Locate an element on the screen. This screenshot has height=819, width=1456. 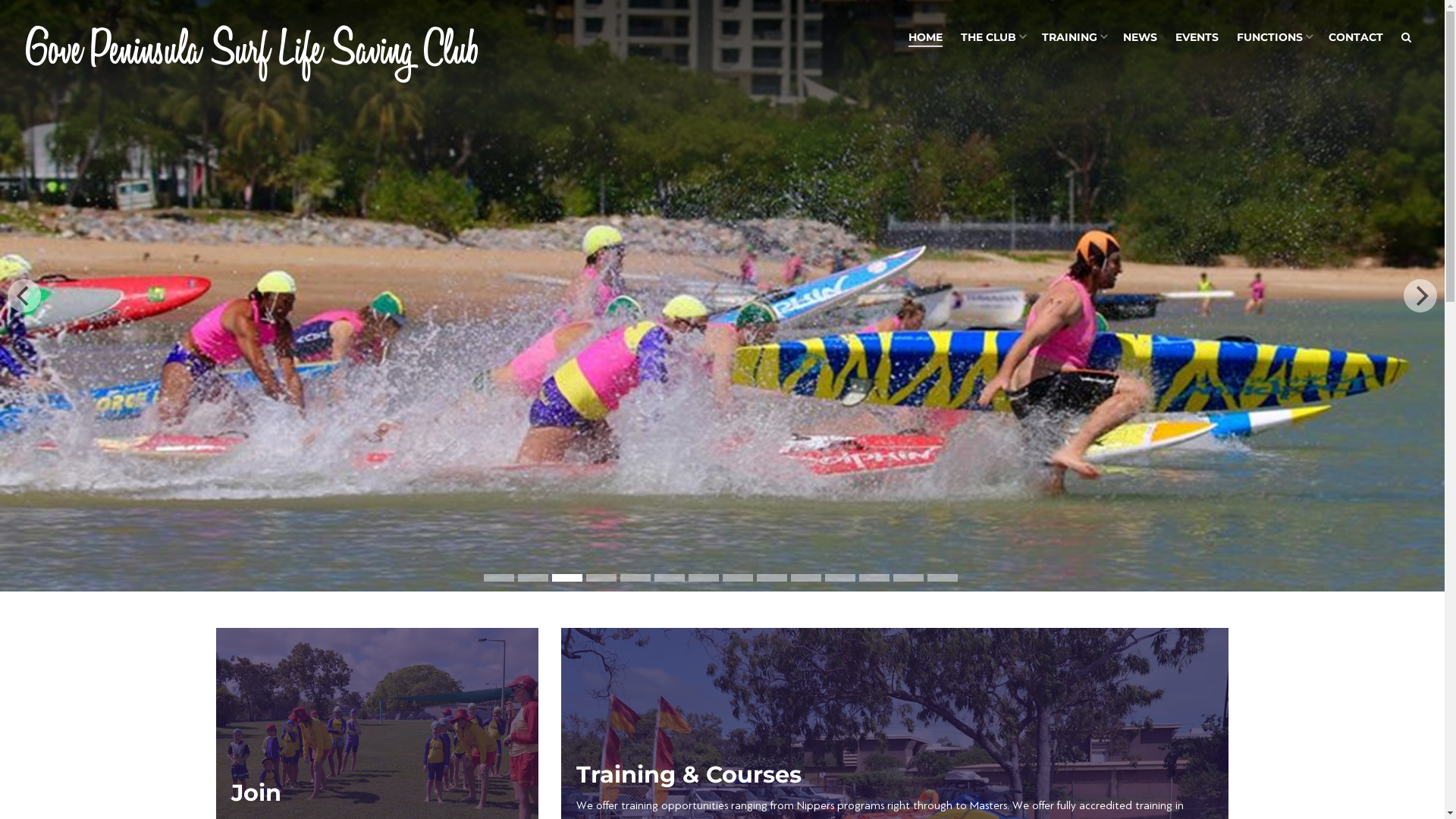
'FUNCTIONS' is located at coordinates (1273, 36).